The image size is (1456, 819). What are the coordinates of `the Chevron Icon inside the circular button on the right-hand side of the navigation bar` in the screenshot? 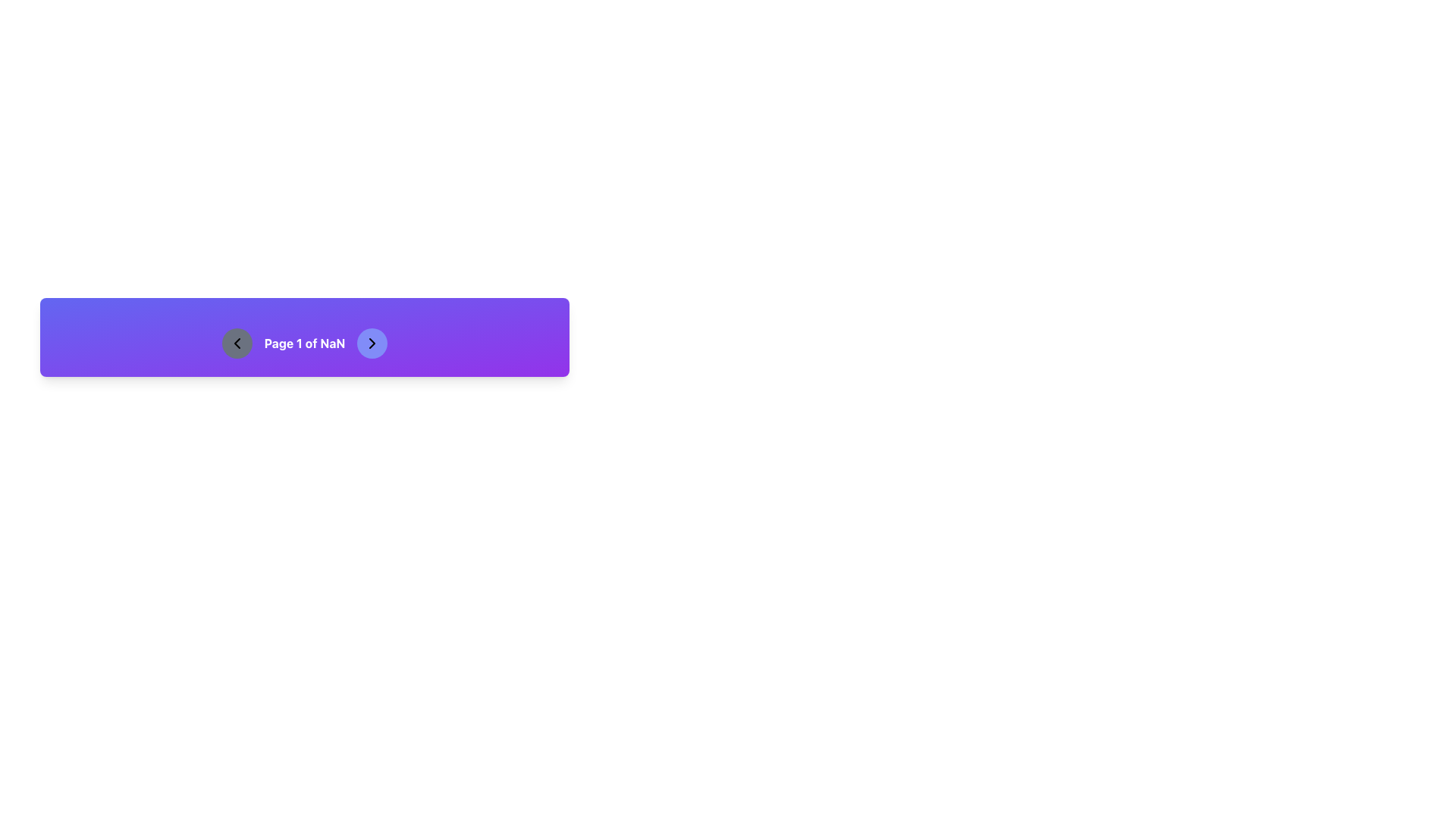 It's located at (372, 343).